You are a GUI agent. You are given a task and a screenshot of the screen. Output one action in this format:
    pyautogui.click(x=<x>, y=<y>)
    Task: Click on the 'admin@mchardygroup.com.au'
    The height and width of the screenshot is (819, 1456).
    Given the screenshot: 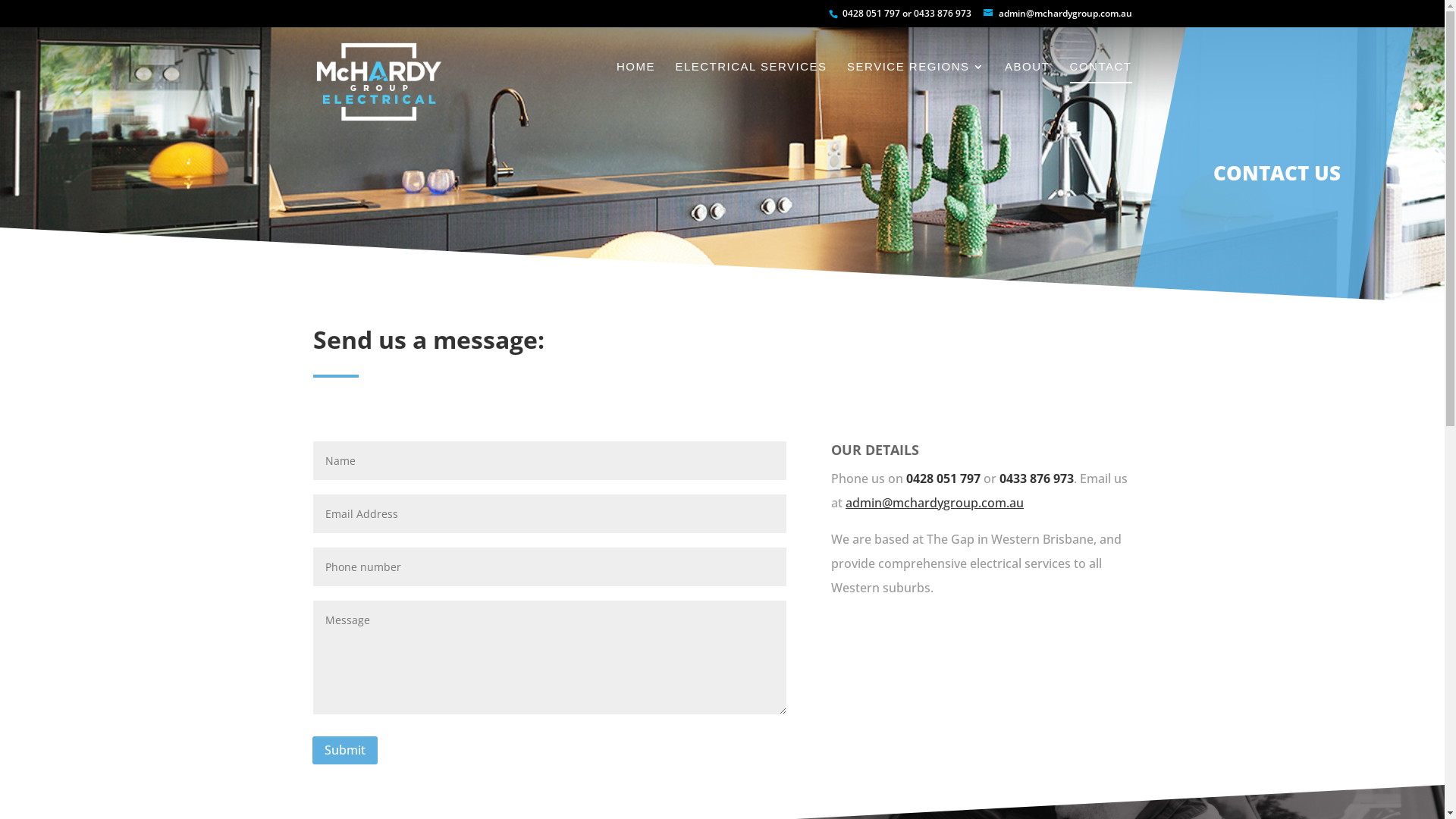 What is the action you would take?
    pyautogui.click(x=934, y=503)
    